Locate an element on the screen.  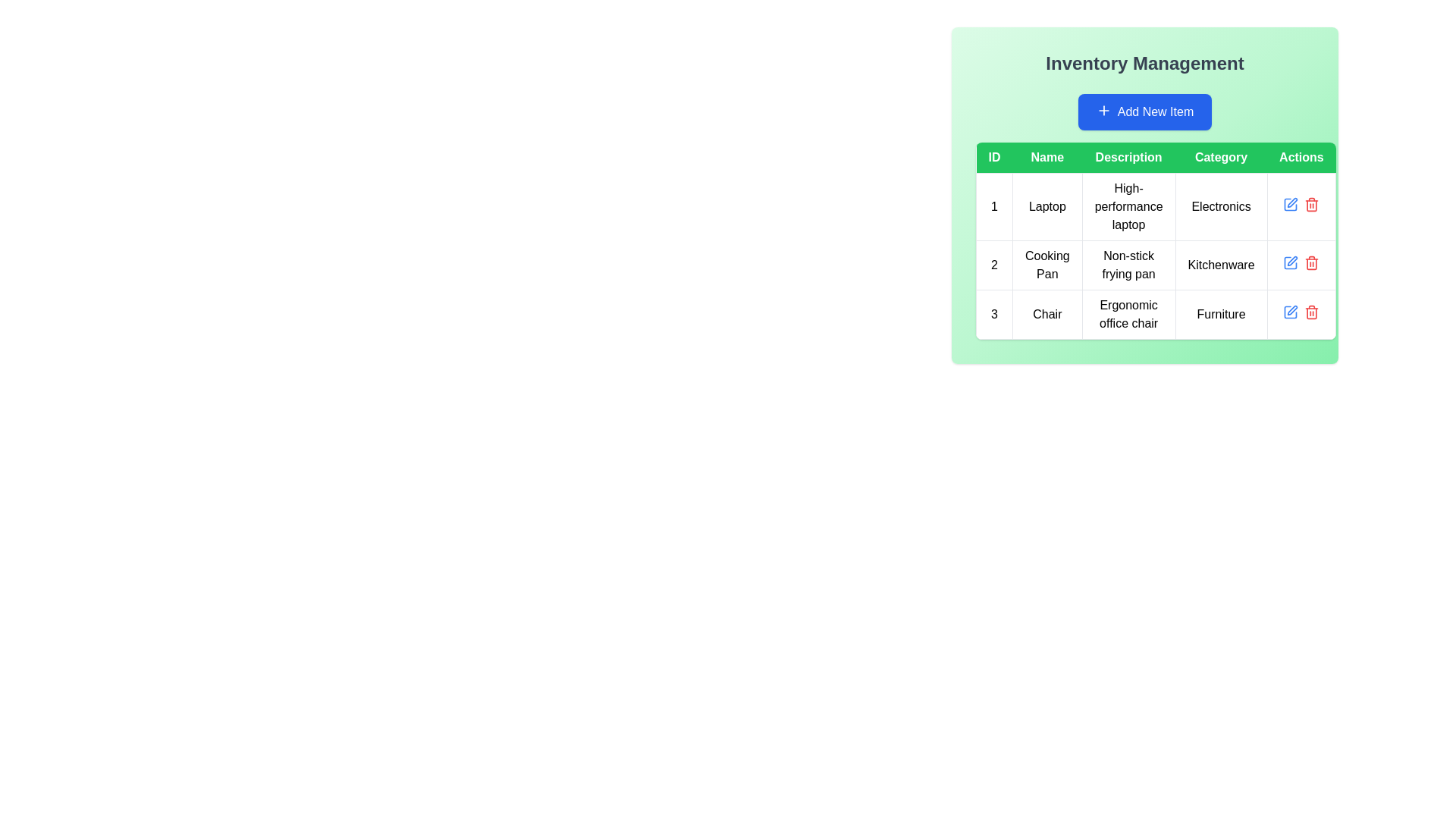
the delete icon button in the 'Actions' column of the second row is located at coordinates (1311, 262).